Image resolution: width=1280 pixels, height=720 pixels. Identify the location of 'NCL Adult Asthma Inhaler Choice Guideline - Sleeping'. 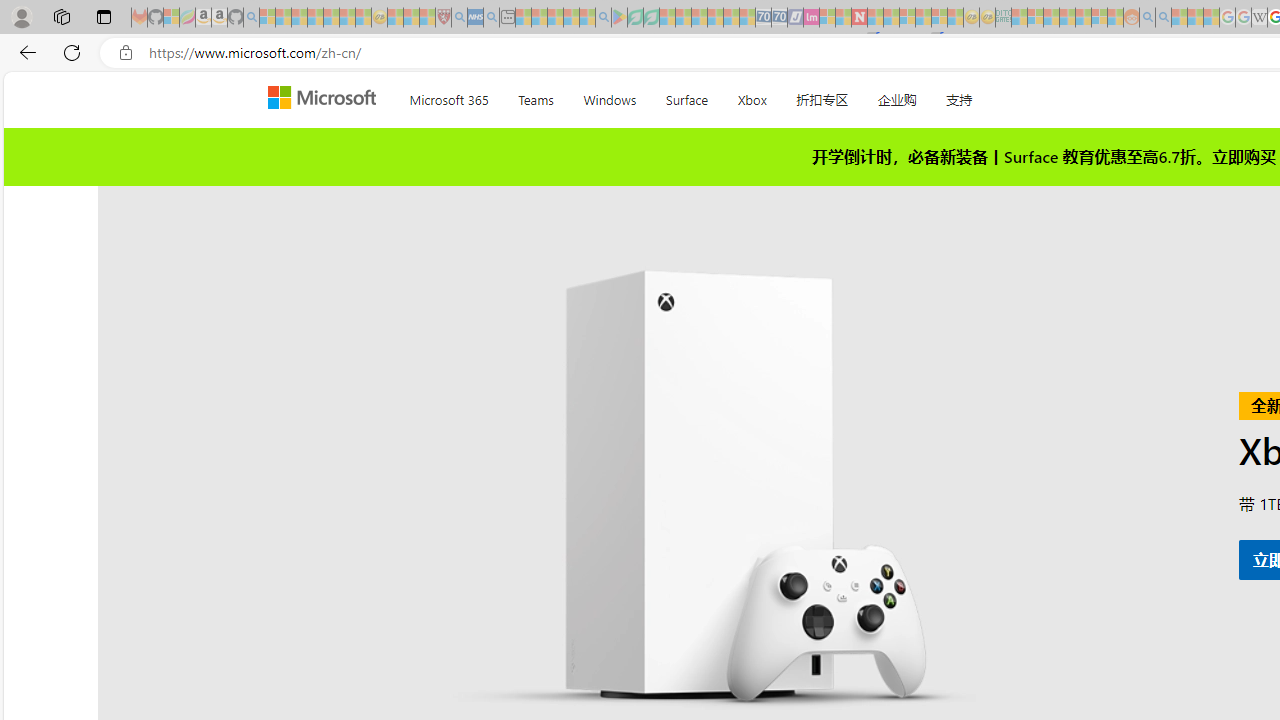
(474, 17).